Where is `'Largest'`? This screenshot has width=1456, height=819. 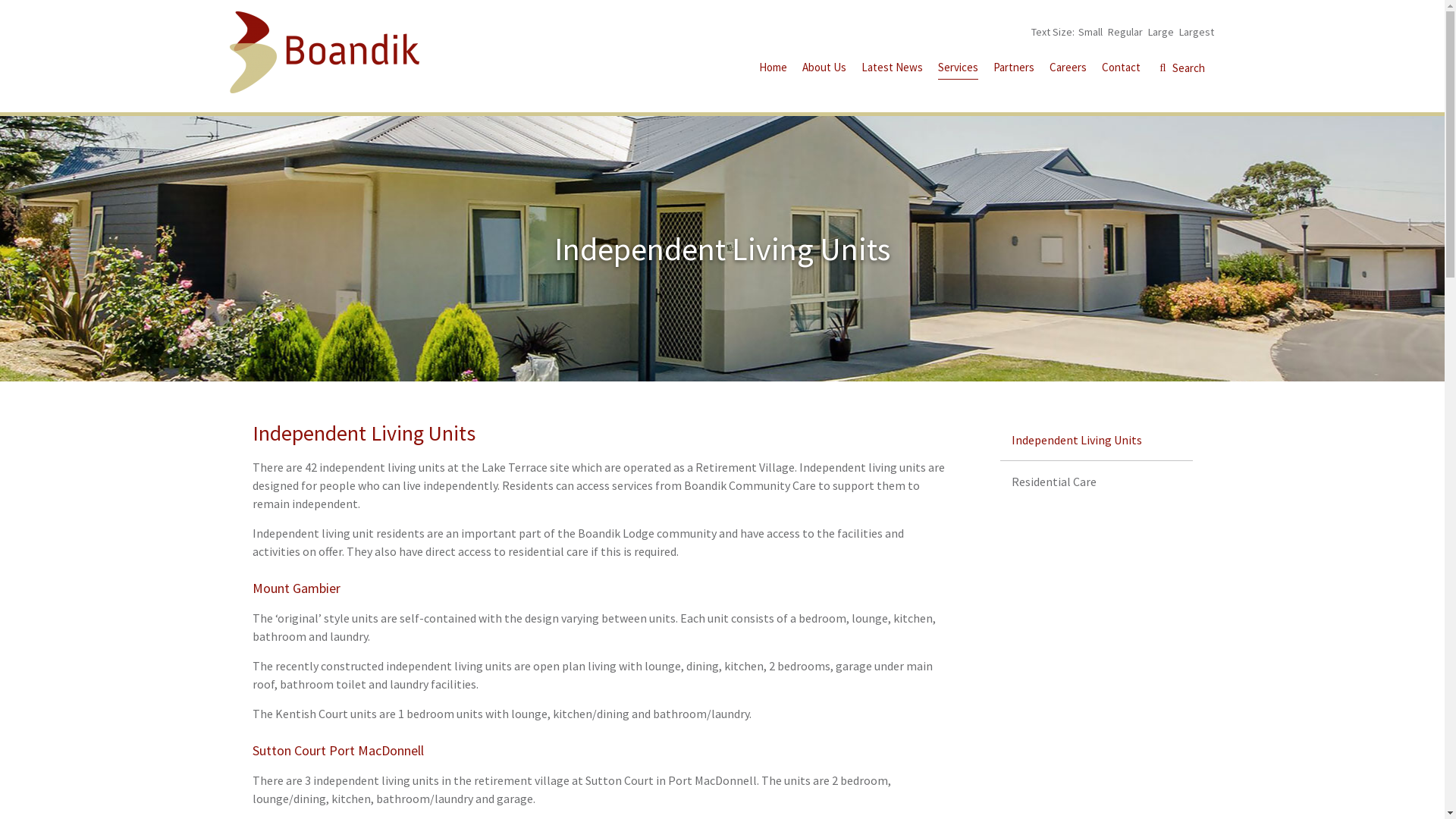 'Largest' is located at coordinates (1195, 32).